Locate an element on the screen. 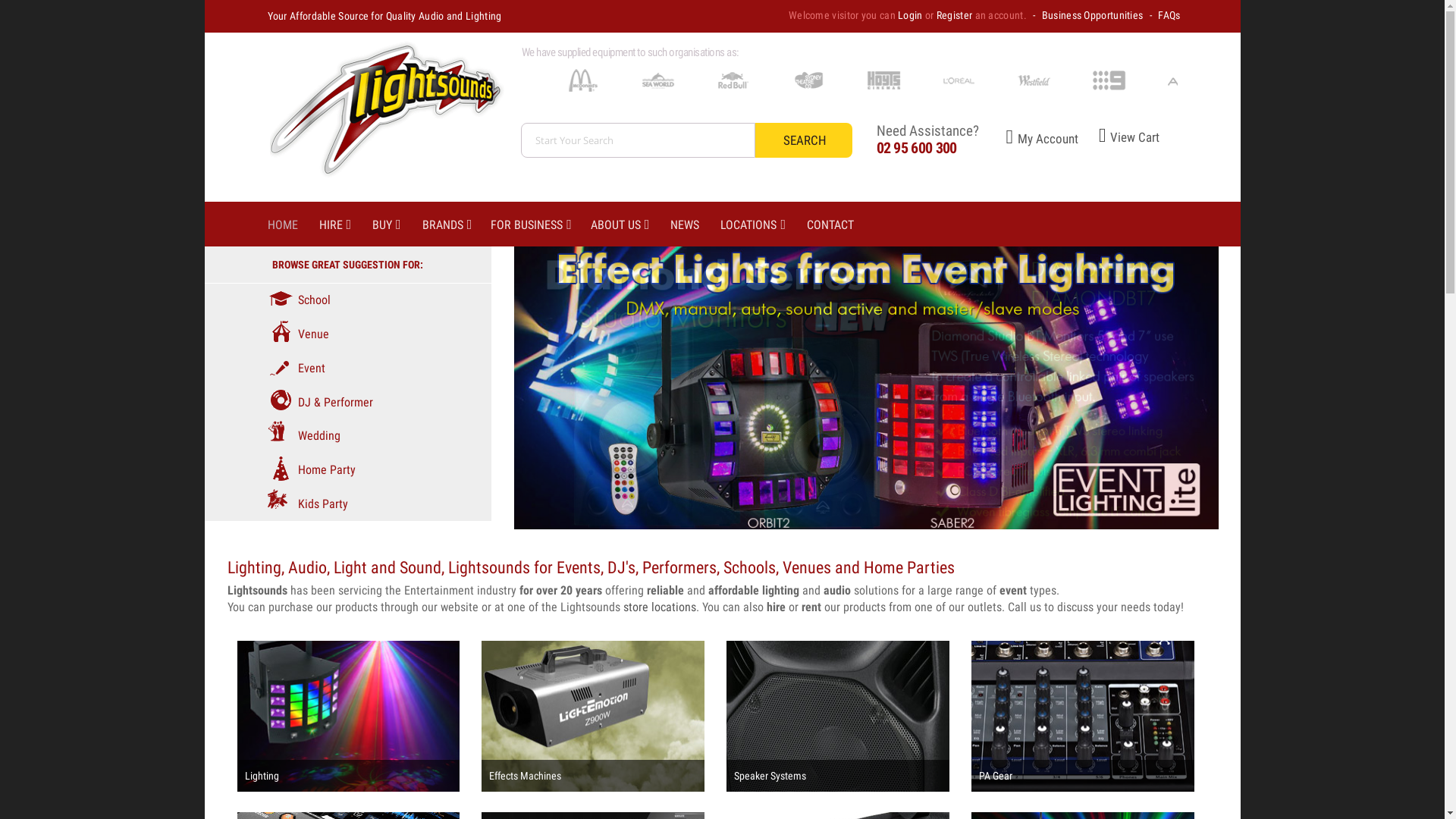 The width and height of the screenshot is (1456, 819). 'ABOUT US' is located at coordinates (630, 225).